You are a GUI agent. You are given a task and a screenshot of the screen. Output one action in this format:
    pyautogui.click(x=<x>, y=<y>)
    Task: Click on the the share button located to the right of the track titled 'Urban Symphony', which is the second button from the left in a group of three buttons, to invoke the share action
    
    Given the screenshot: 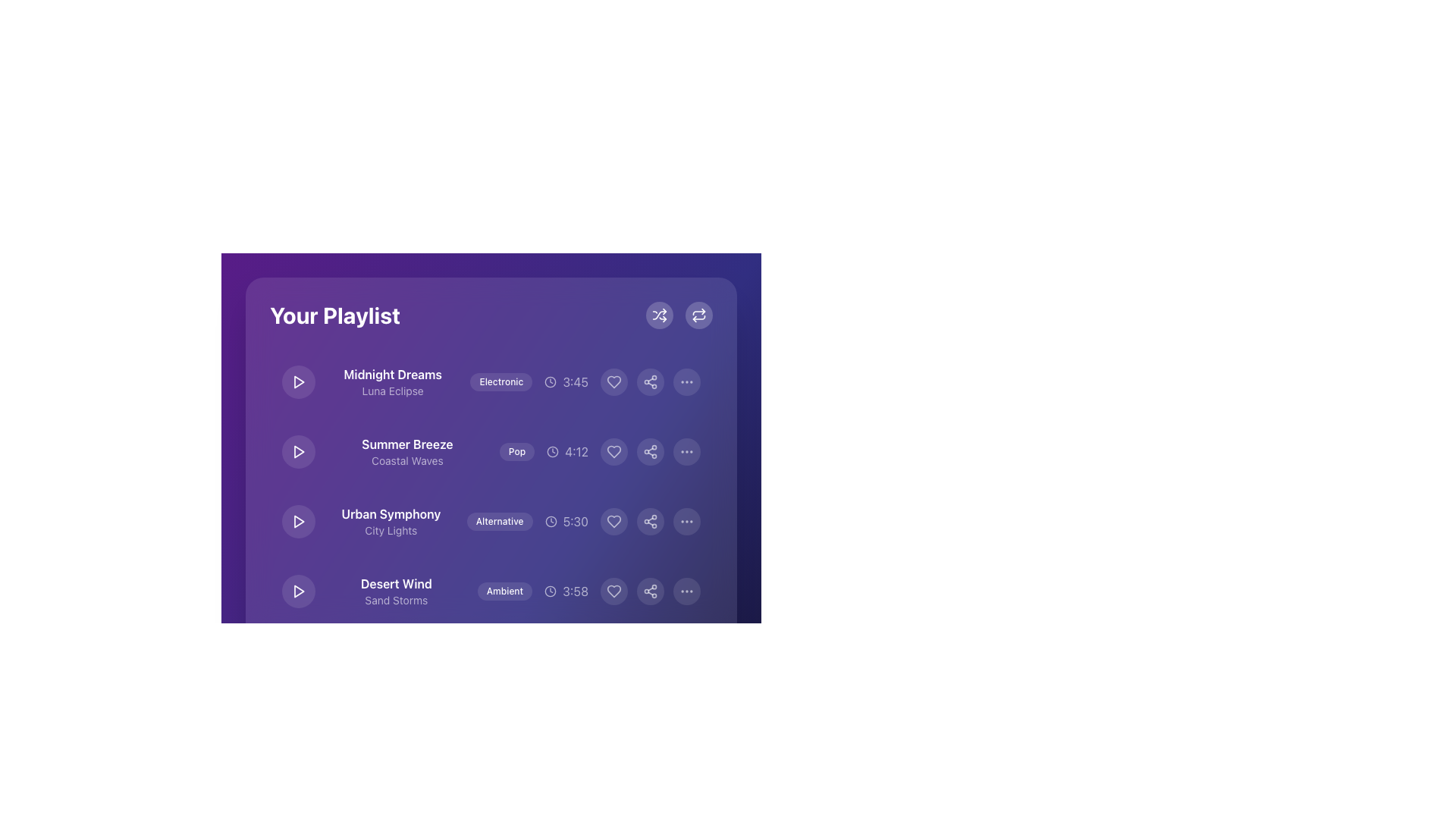 What is the action you would take?
    pyautogui.click(x=651, y=520)
    